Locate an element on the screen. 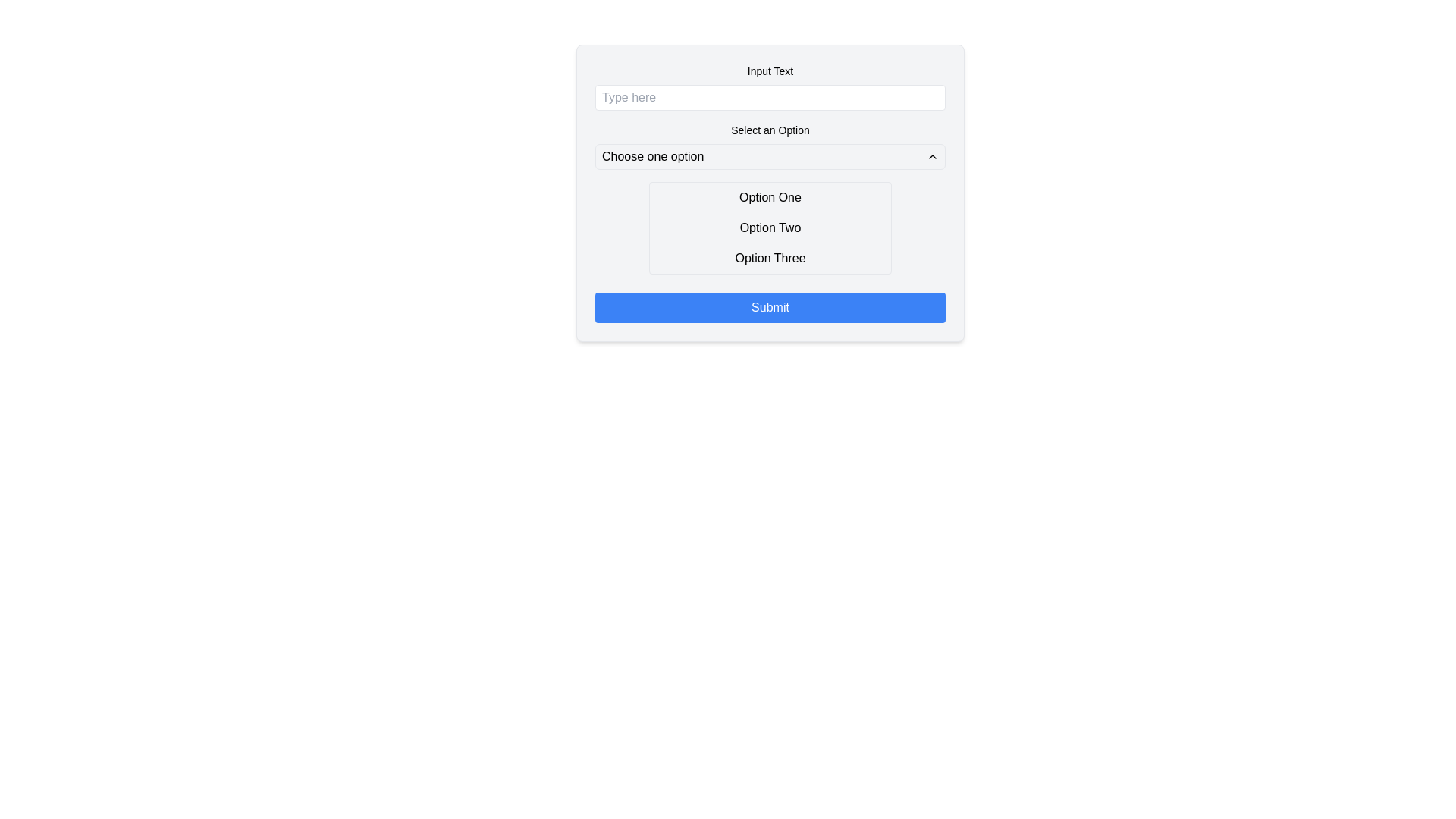 This screenshot has width=1456, height=819. the dropdown menu located below the 'Select an Option' label for keyboard navigation is located at coordinates (770, 157).